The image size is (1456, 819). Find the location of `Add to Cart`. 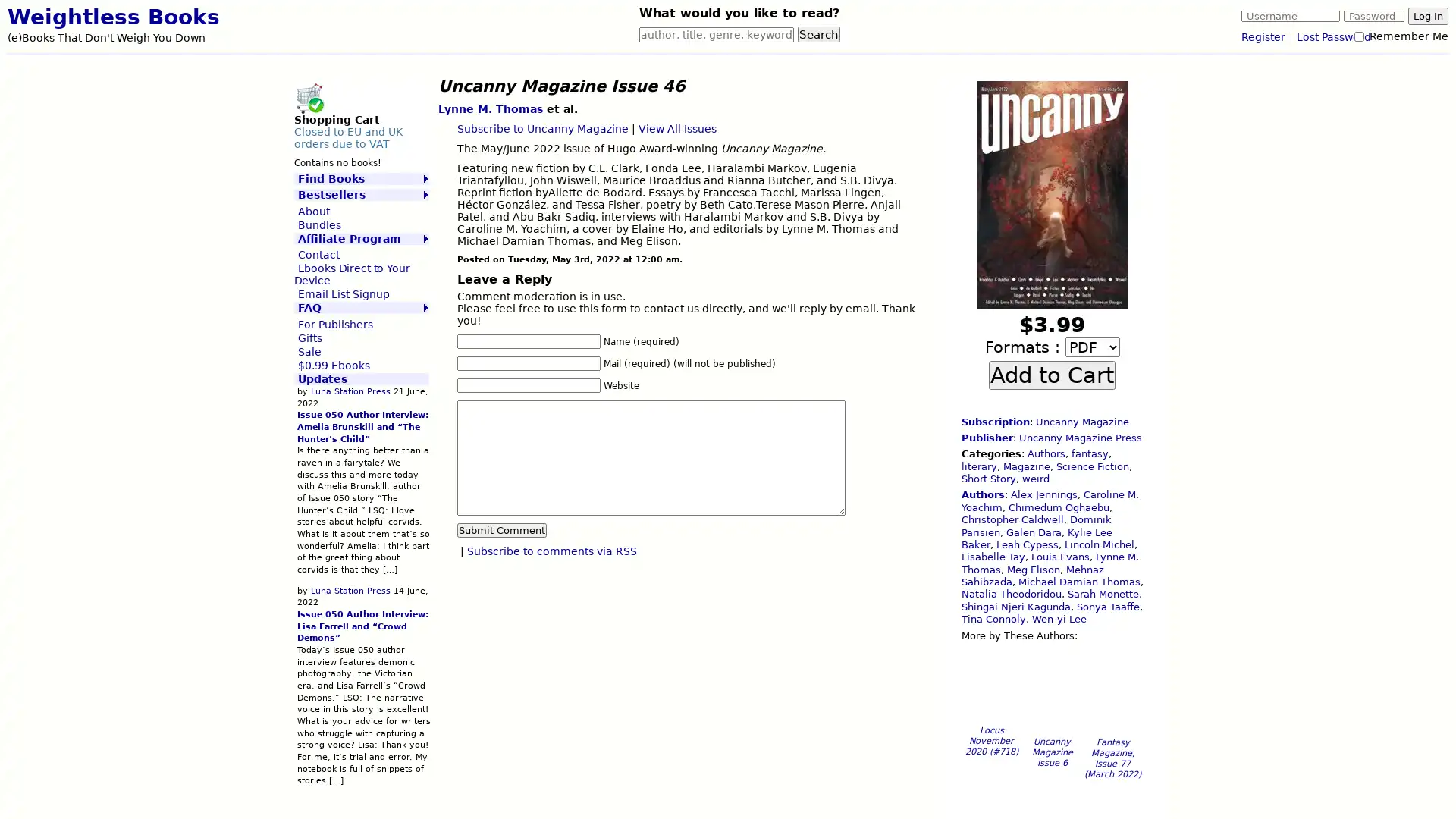

Add to Cart is located at coordinates (1051, 374).